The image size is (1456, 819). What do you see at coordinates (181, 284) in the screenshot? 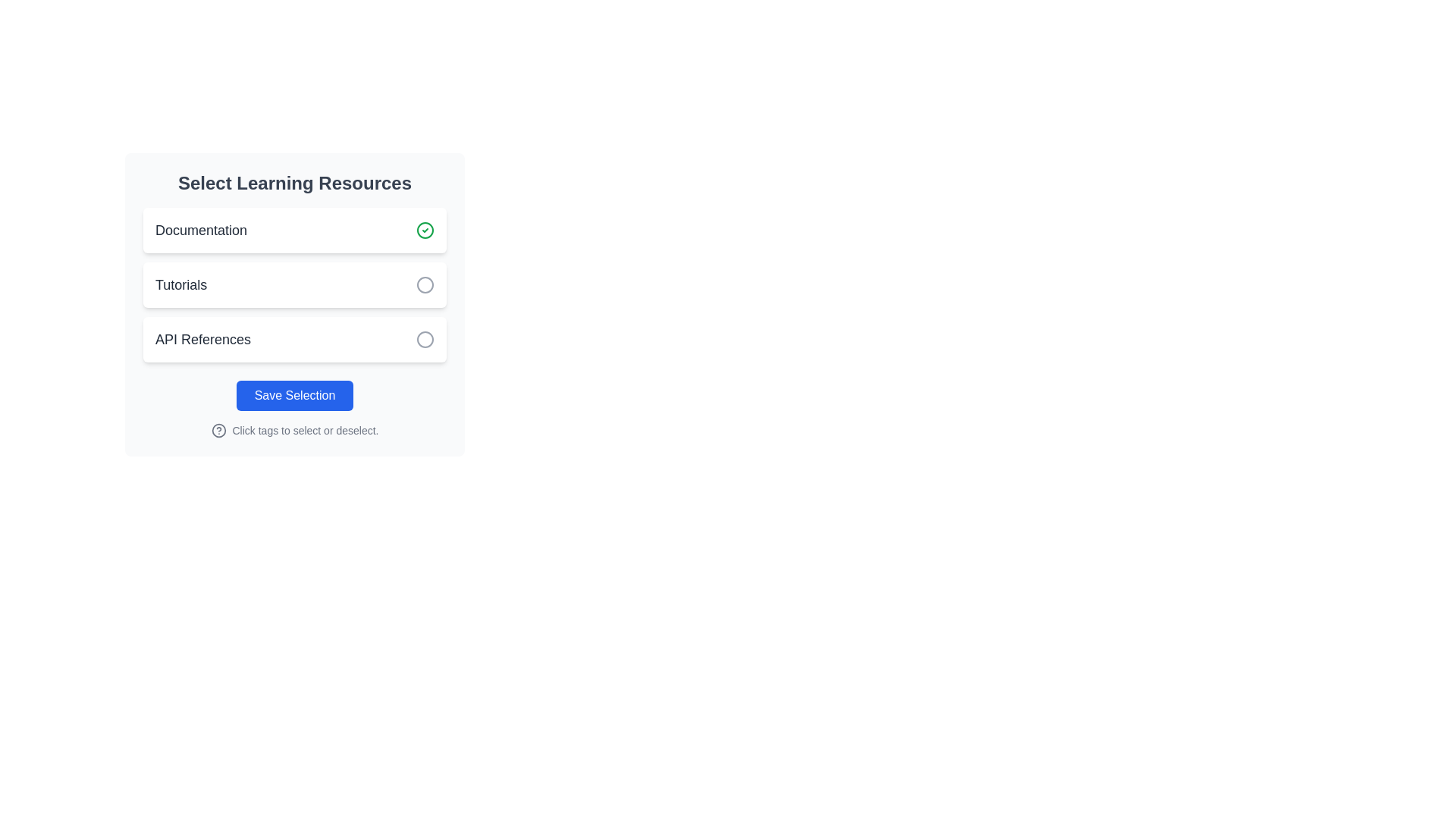
I see `text label that displays 'Tutorials', which is styled in a medium bold font and is dark gray on a light background` at bounding box center [181, 284].